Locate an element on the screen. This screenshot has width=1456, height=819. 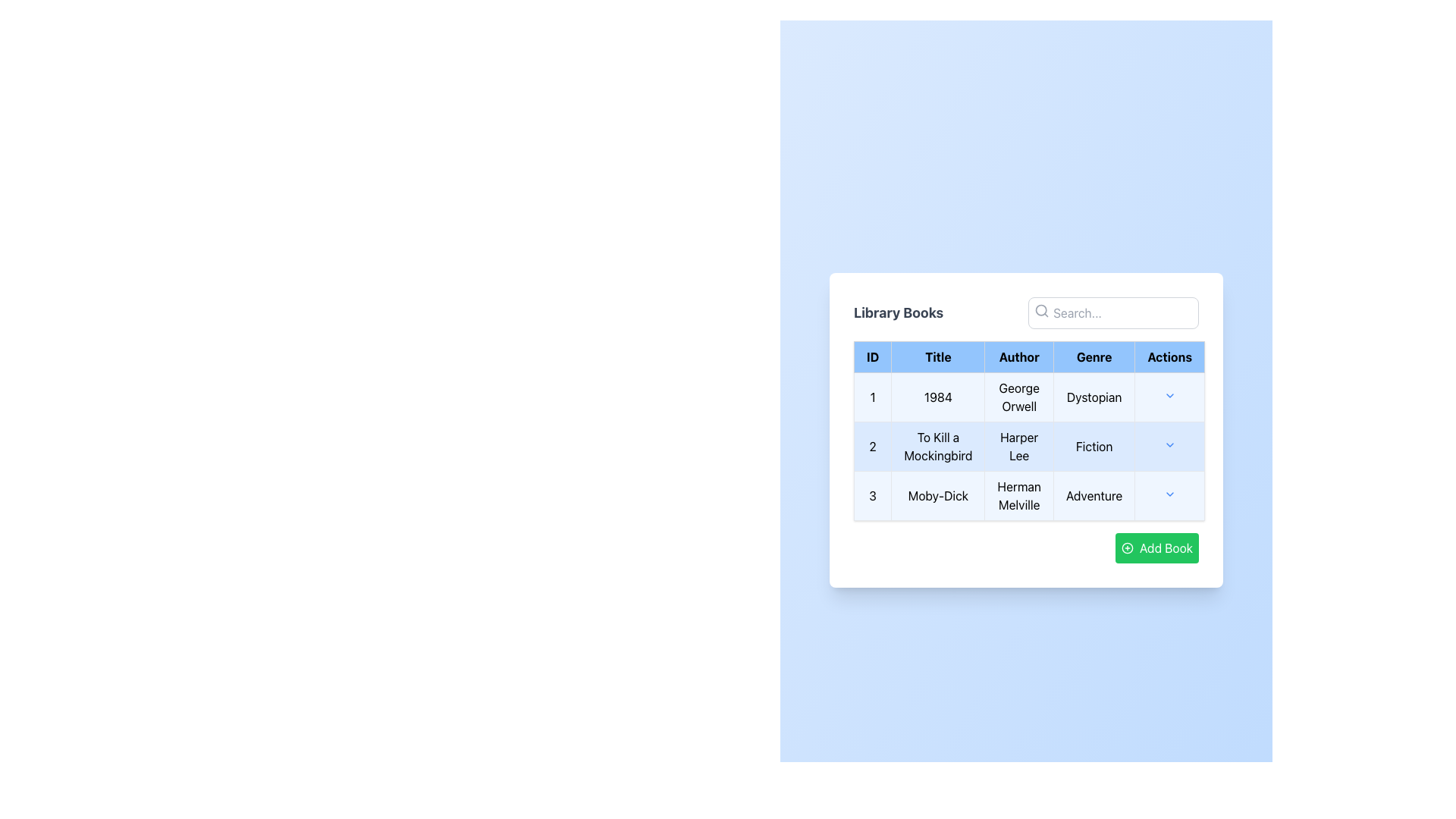
the SVG-based graphical icon located on the left side of the 'Add Book' green button to initiate the action of adding a new book entry is located at coordinates (1128, 548).